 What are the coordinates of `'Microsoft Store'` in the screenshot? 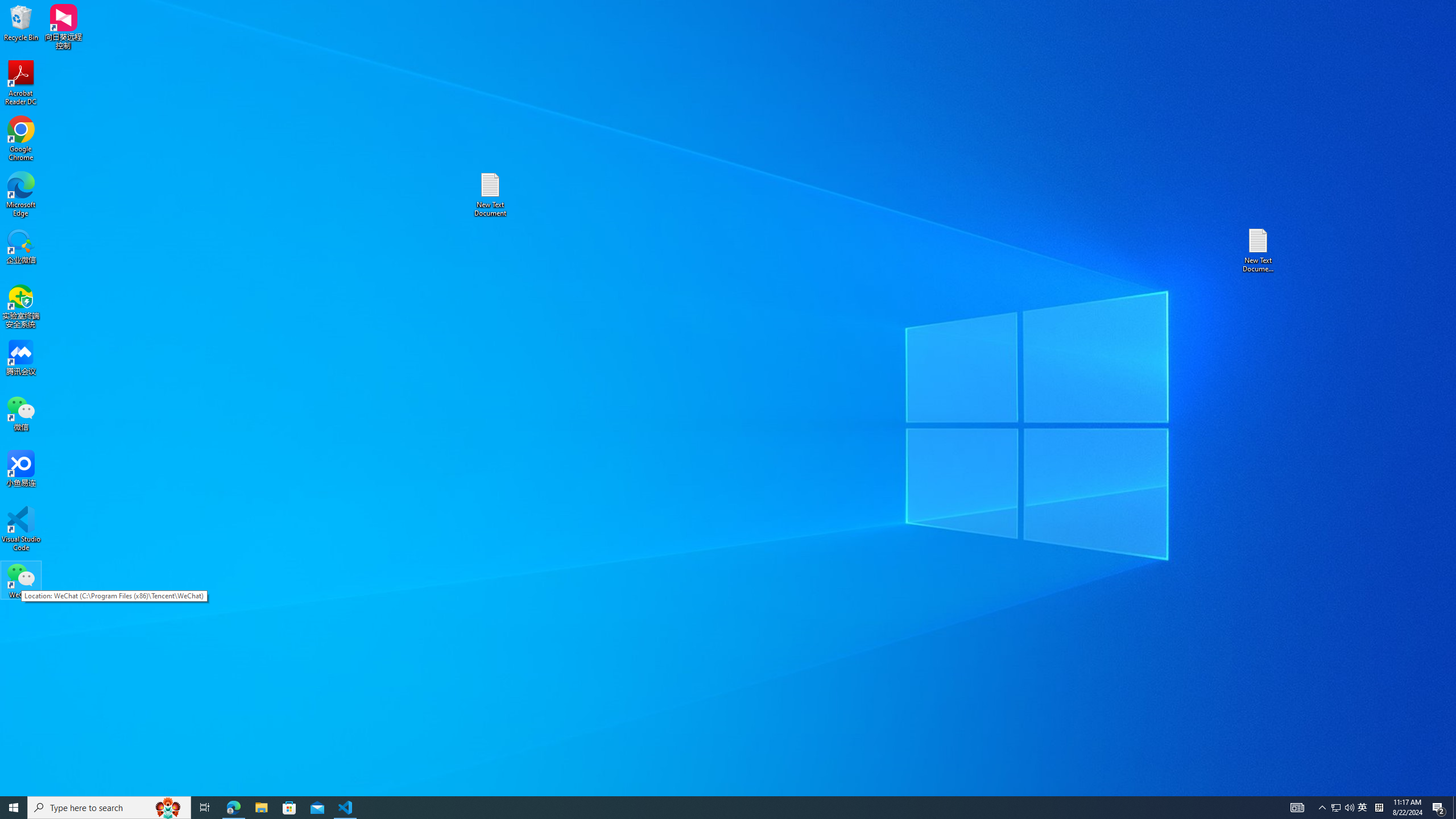 It's located at (289, 806).